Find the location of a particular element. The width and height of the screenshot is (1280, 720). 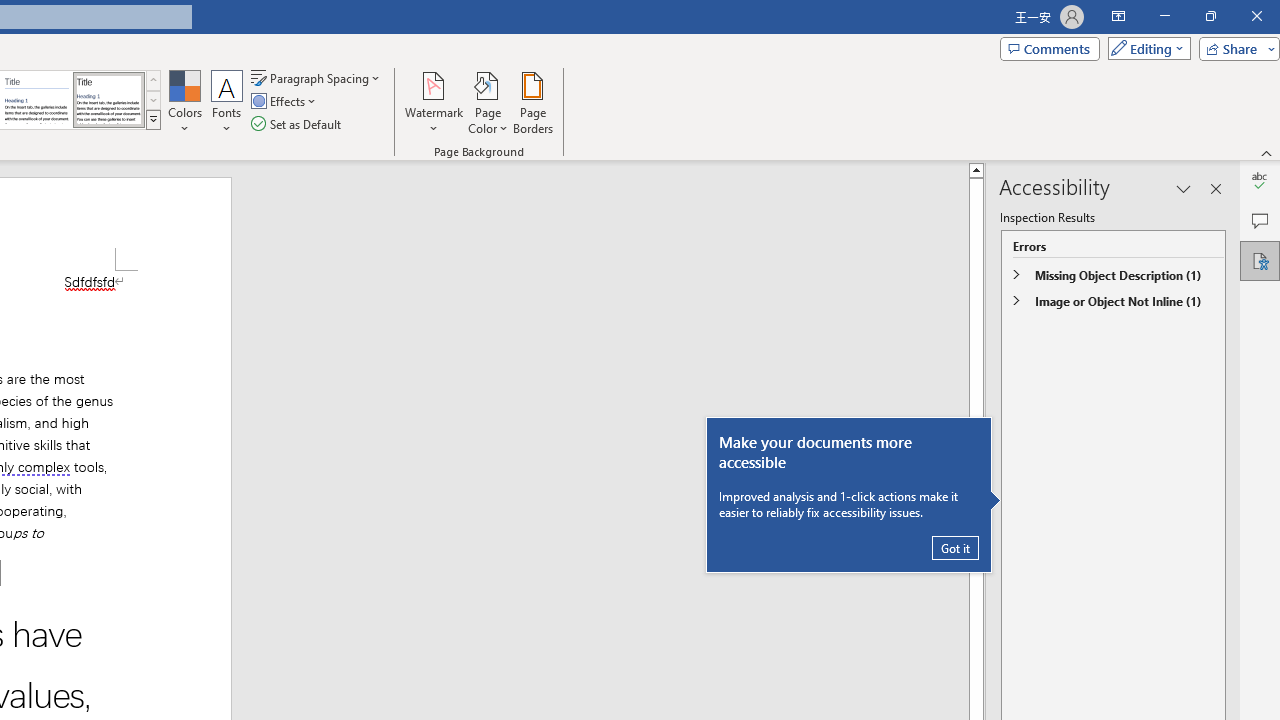

'Watermark' is located at coordinates (433, 103).